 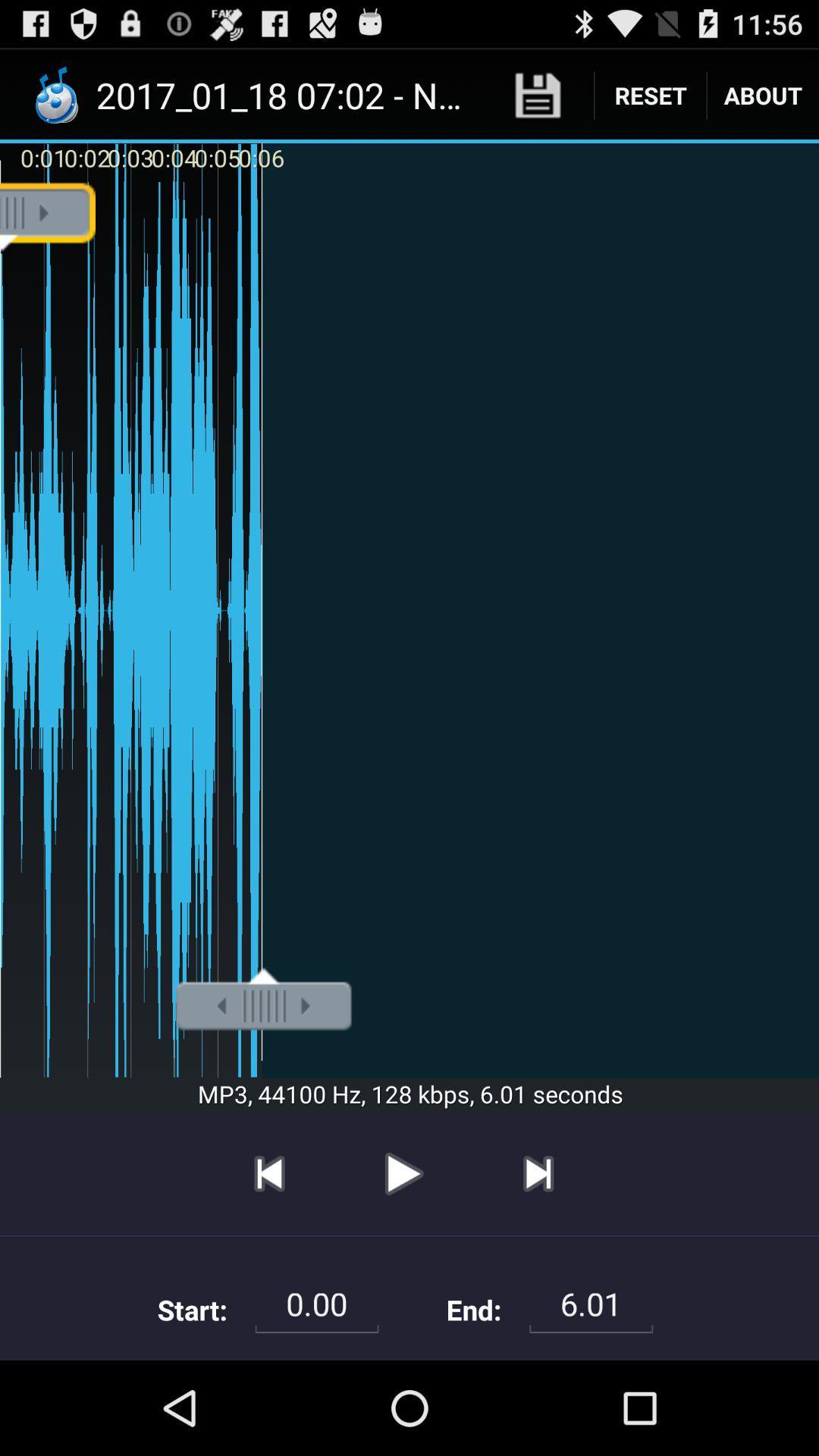 I want to click on the skip_next icon, so click(x=538, y=1256).